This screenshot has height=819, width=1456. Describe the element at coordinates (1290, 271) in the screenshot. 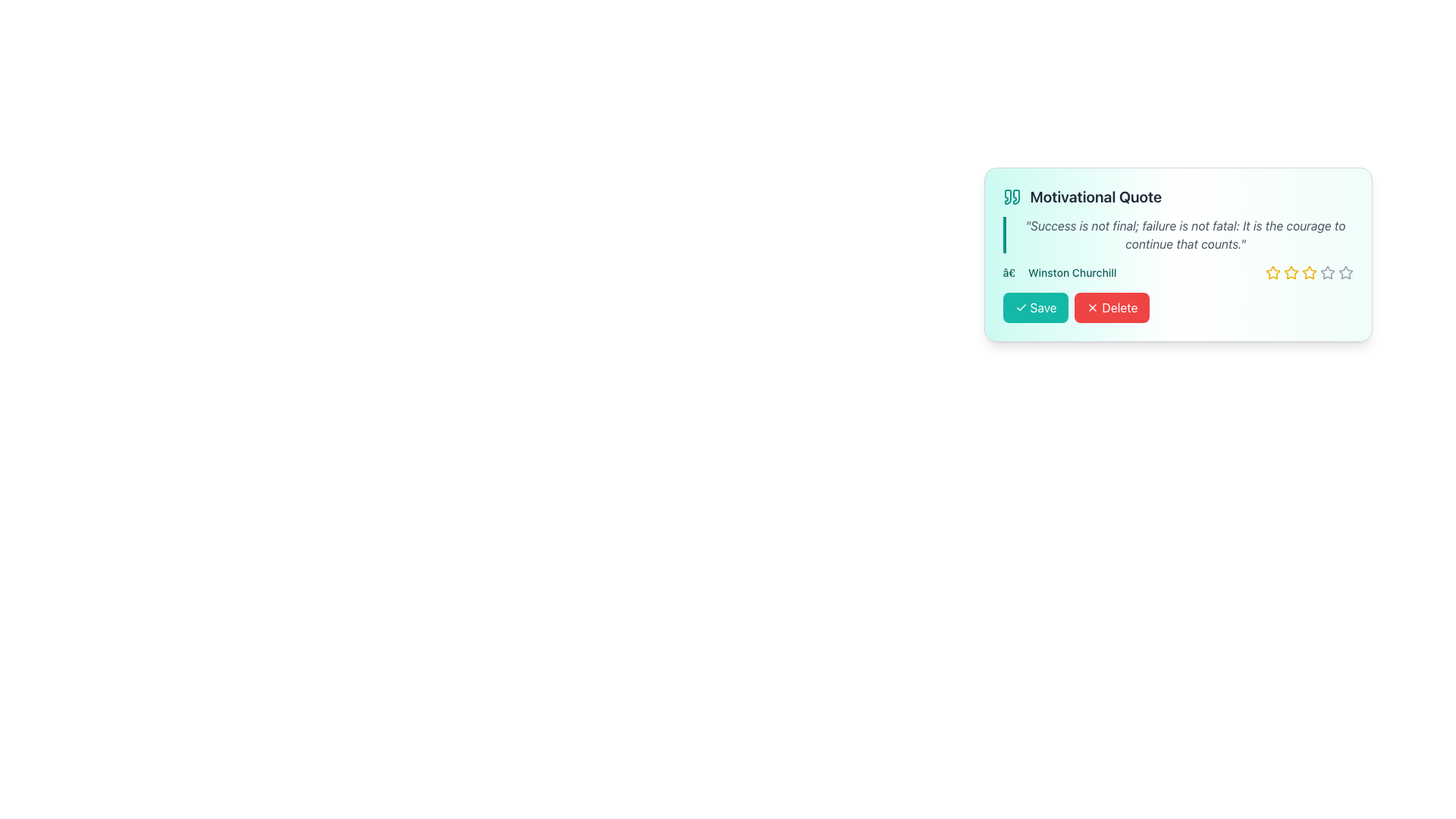

I see `the second star in the row of five stars located in the bottom-right section of the card containing the quote and buttons` at that location.